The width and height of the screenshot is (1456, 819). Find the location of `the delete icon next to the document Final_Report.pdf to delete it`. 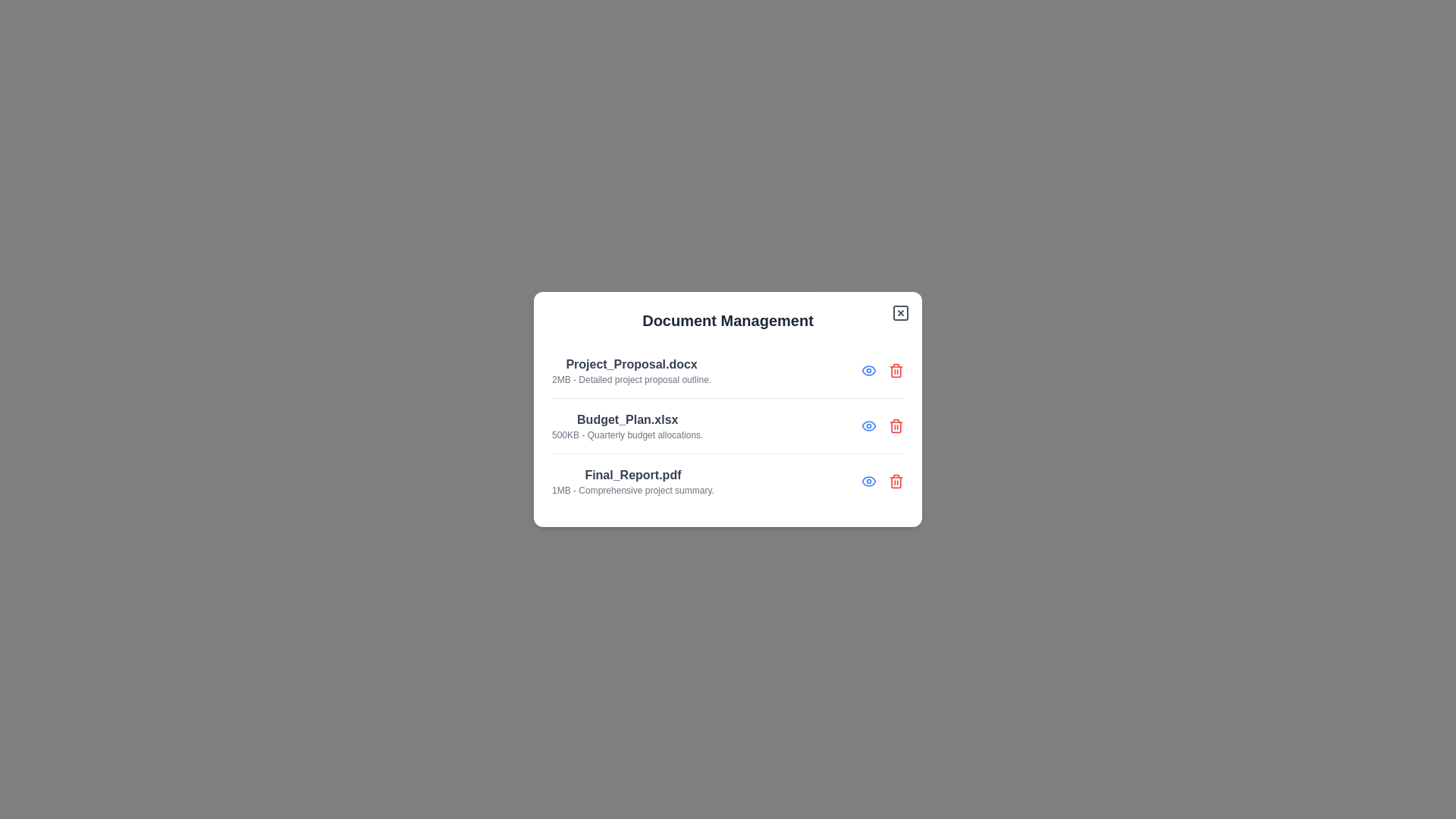

the delete icon next to the document Final_Report.pdf to delete it is located at coordinates (896, 482).